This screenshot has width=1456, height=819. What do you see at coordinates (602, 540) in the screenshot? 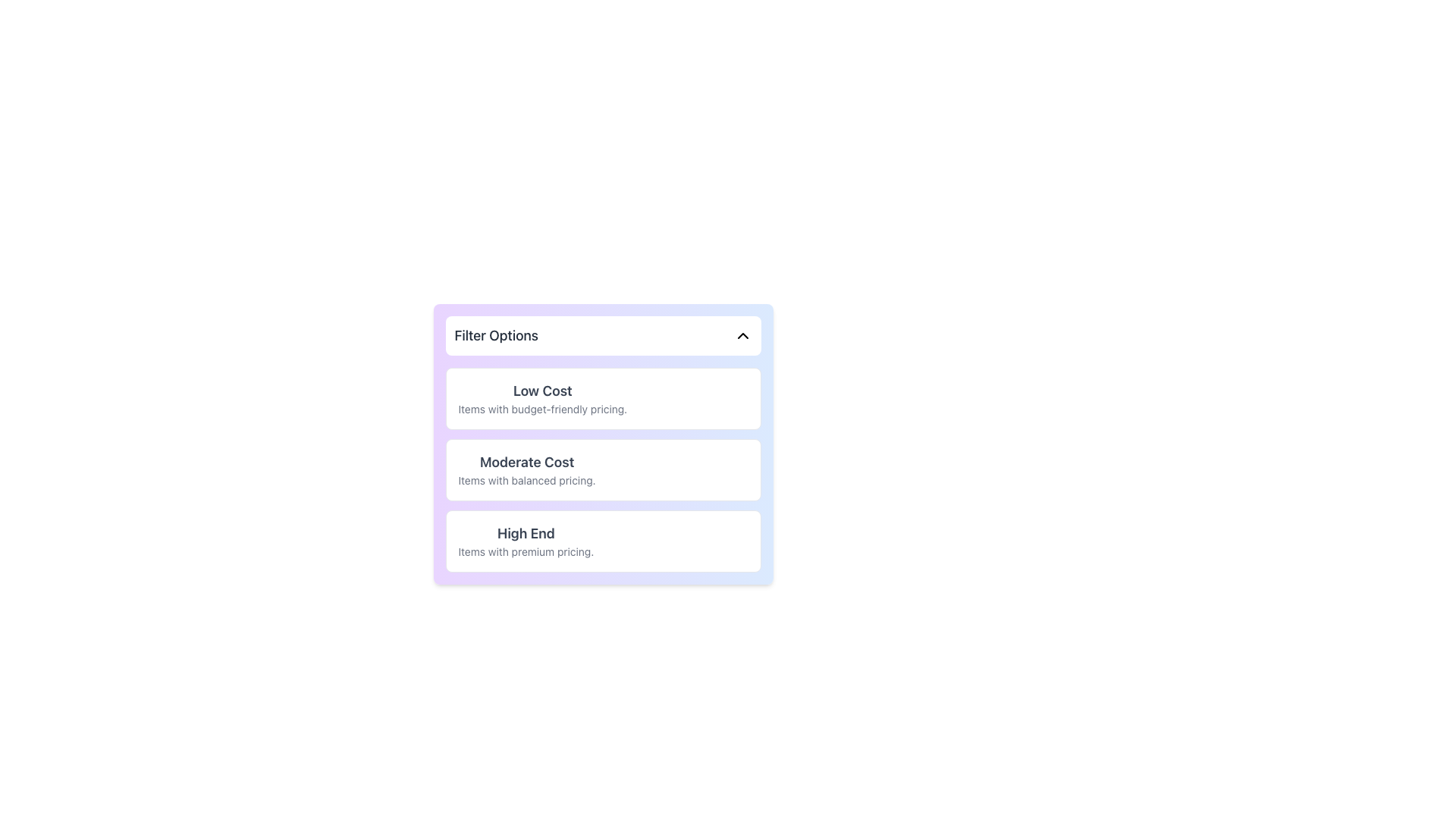
I see `the third selectable filter option labeled 'High End' in the 'Filter Options' section of the vertical list` at bounding box center [602, 540].